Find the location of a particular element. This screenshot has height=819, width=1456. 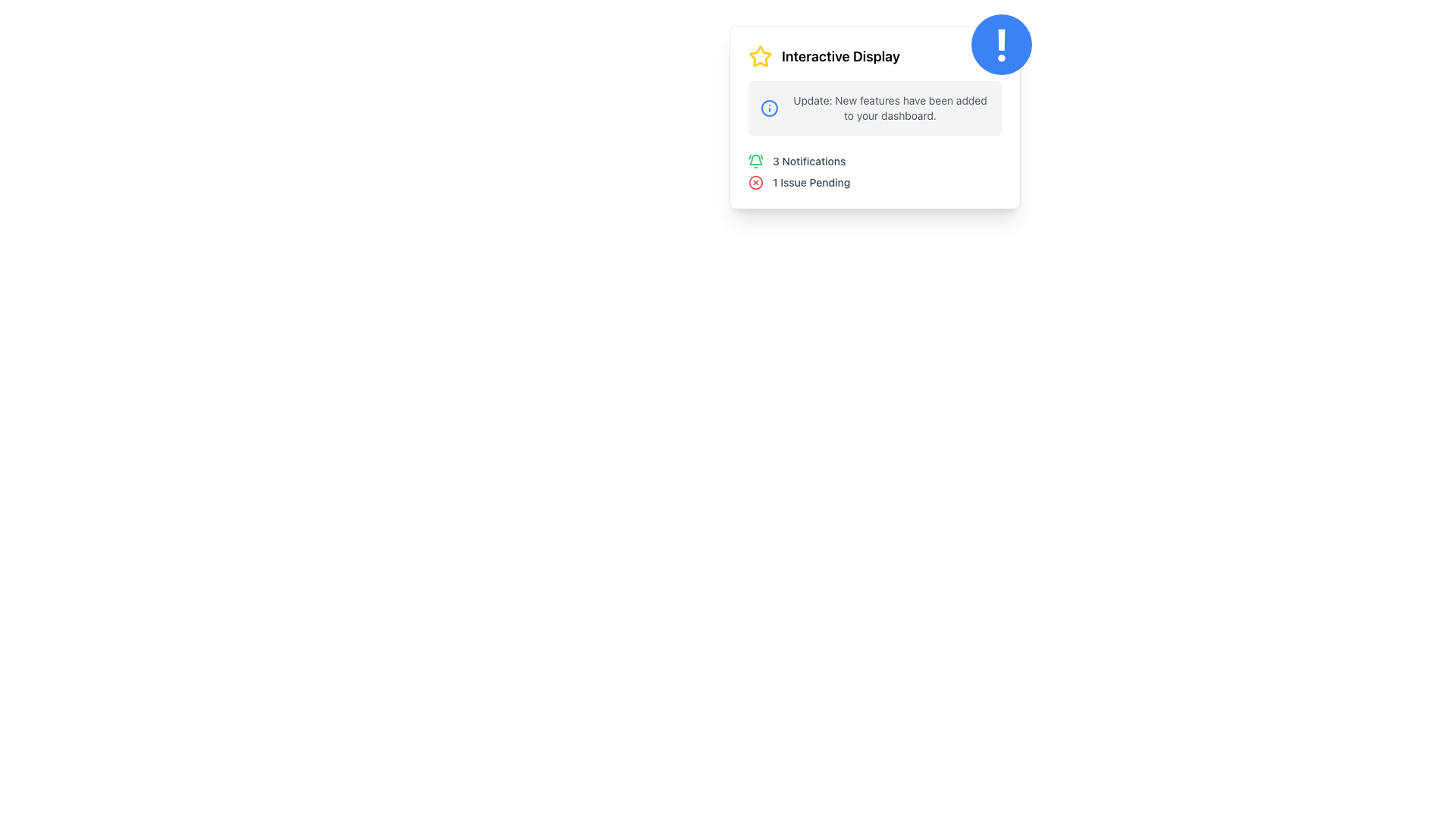

the bell icon located at the top-left corner of the notifications group is located at coordinates (756, 161).